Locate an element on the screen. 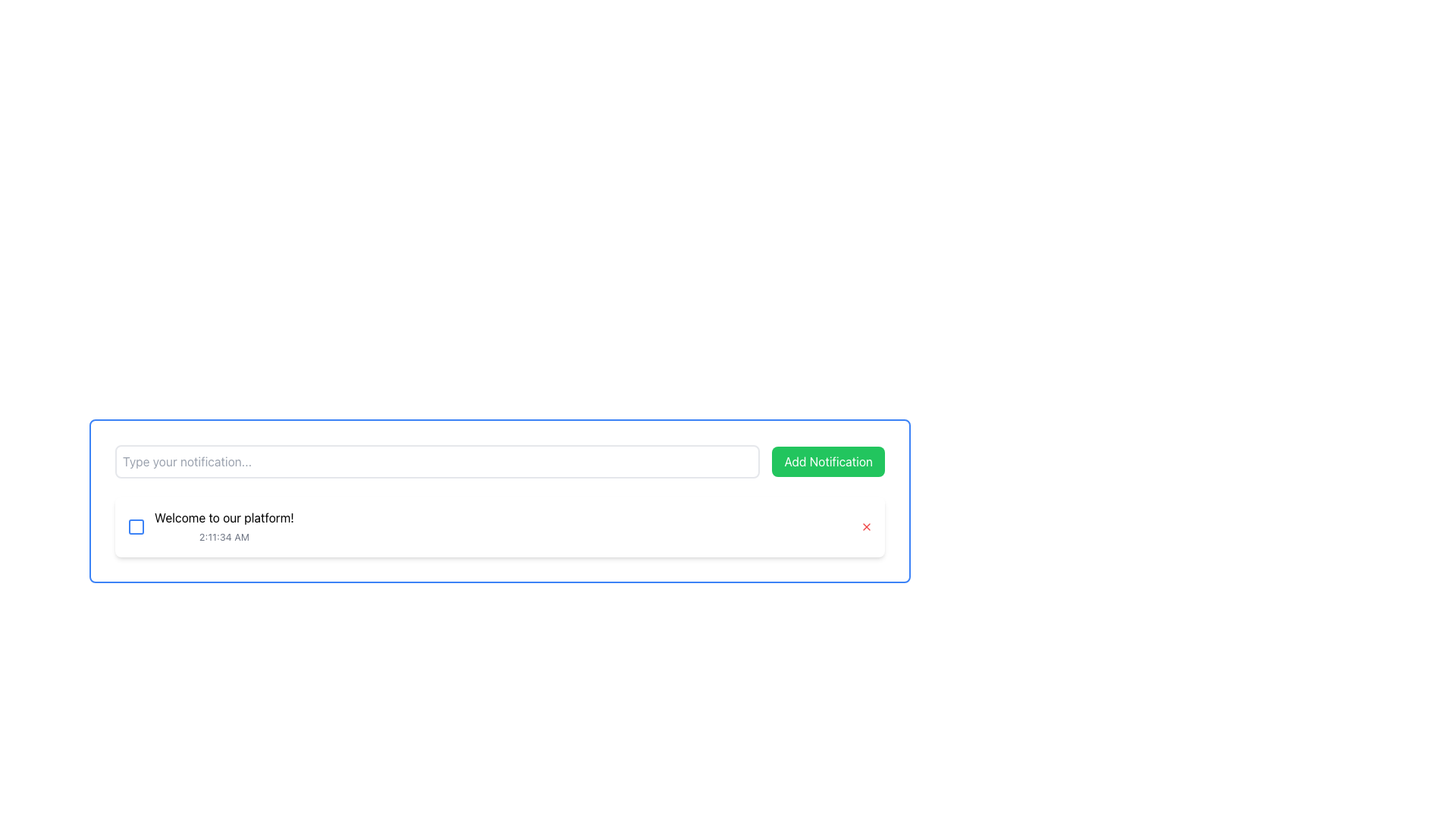  the cross icon button located at the extreme right of the notification bar to observe any hover effect is located at coordinates (866, 526).